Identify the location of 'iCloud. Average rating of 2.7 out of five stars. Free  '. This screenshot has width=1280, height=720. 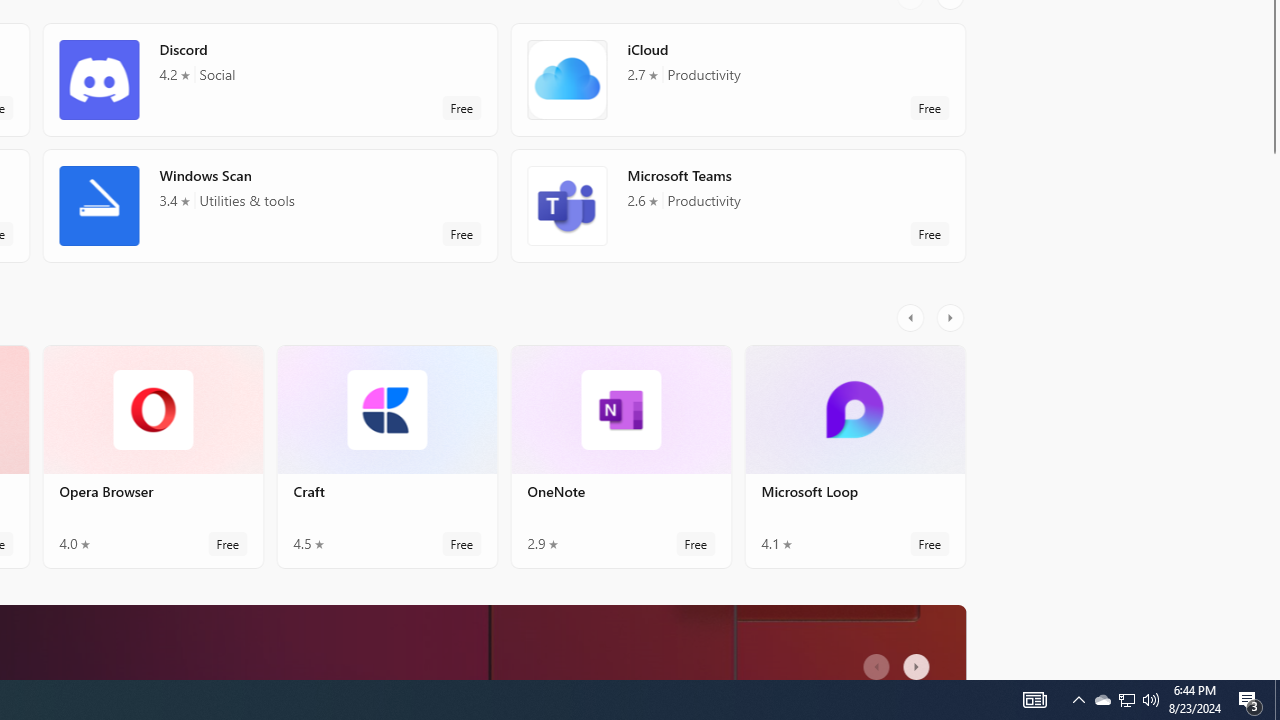
(736, 78).